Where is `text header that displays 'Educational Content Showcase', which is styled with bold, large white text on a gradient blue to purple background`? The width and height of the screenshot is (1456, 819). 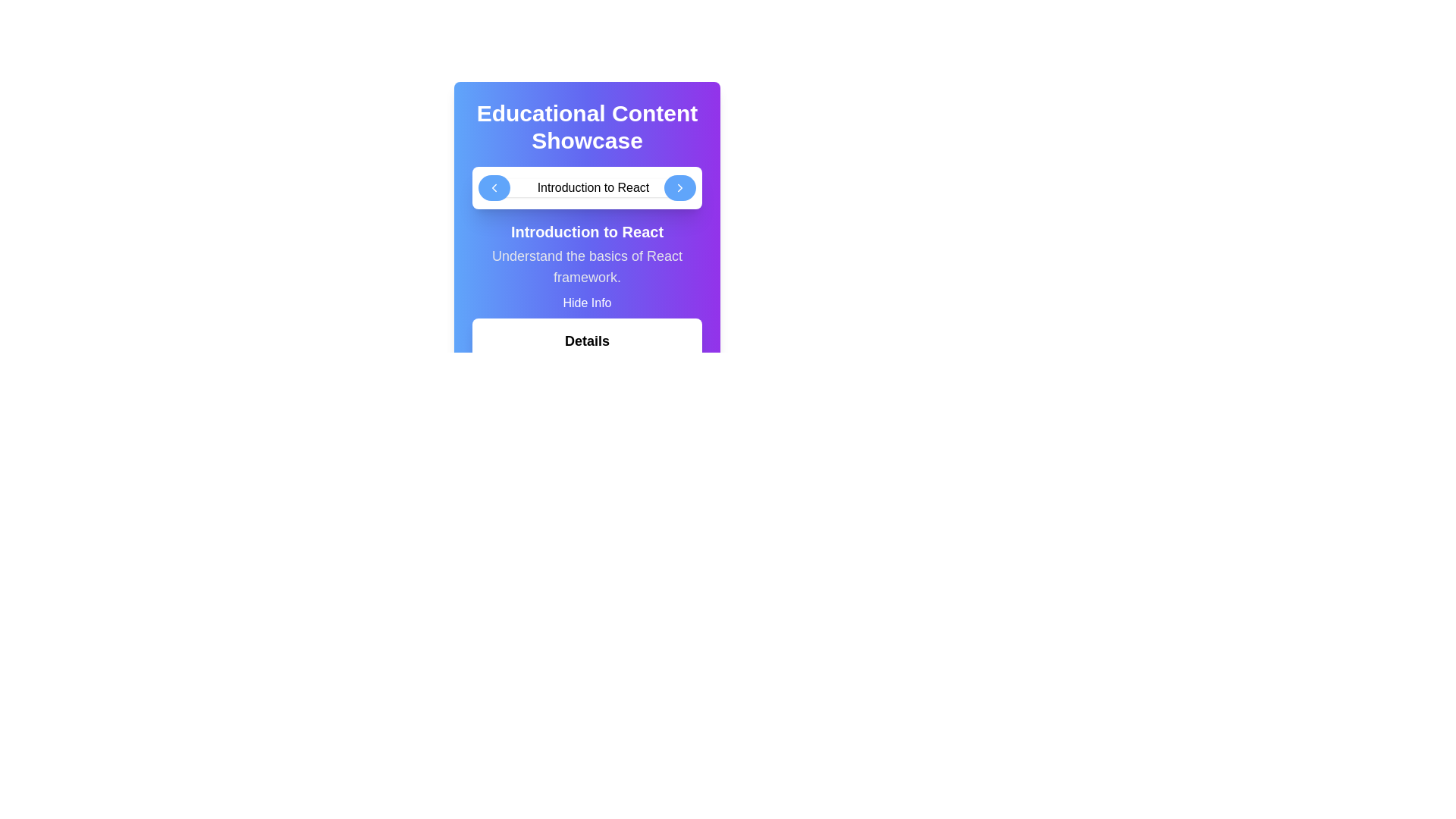
text header that displays 'Educational Content Showcase', which is styled with bold, large white text on a gradient blue to purple background is located at coordinates (586, 127).